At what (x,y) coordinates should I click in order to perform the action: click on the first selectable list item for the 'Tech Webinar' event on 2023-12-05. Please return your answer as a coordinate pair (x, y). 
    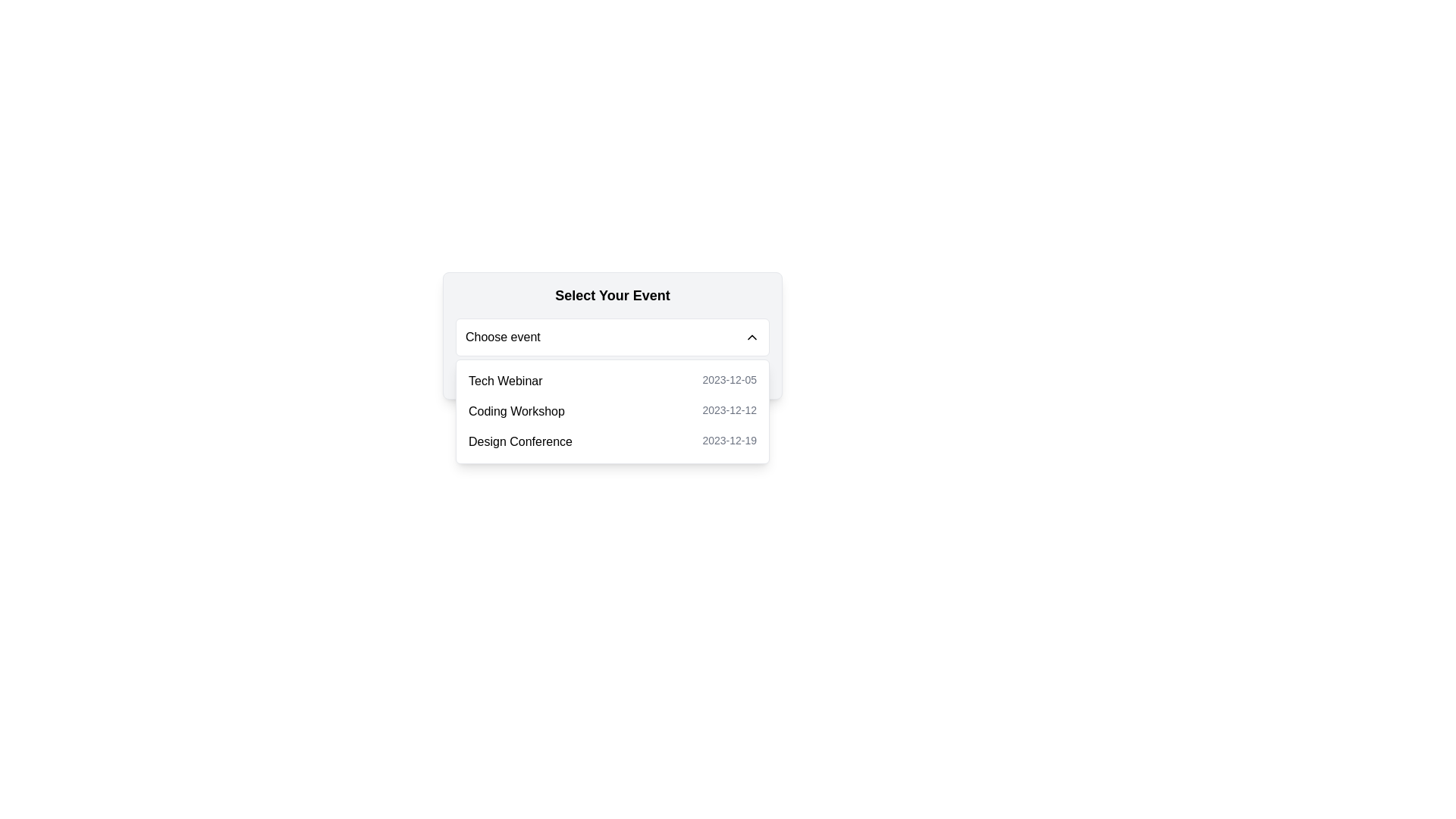
    Looking at the image, I should click on (612, 380).